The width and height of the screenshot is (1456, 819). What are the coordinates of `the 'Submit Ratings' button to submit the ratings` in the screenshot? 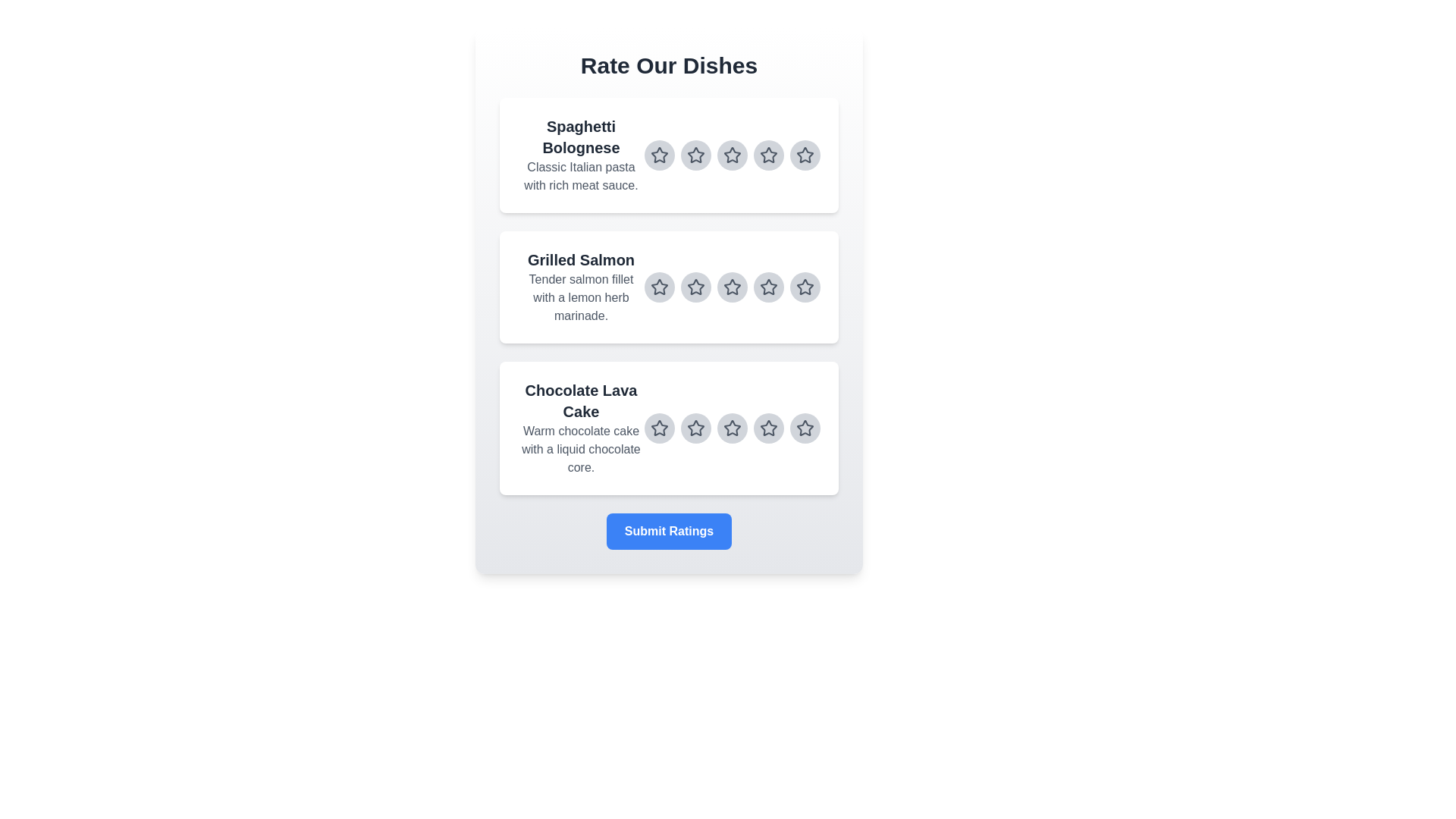 It's located at (668, 531).